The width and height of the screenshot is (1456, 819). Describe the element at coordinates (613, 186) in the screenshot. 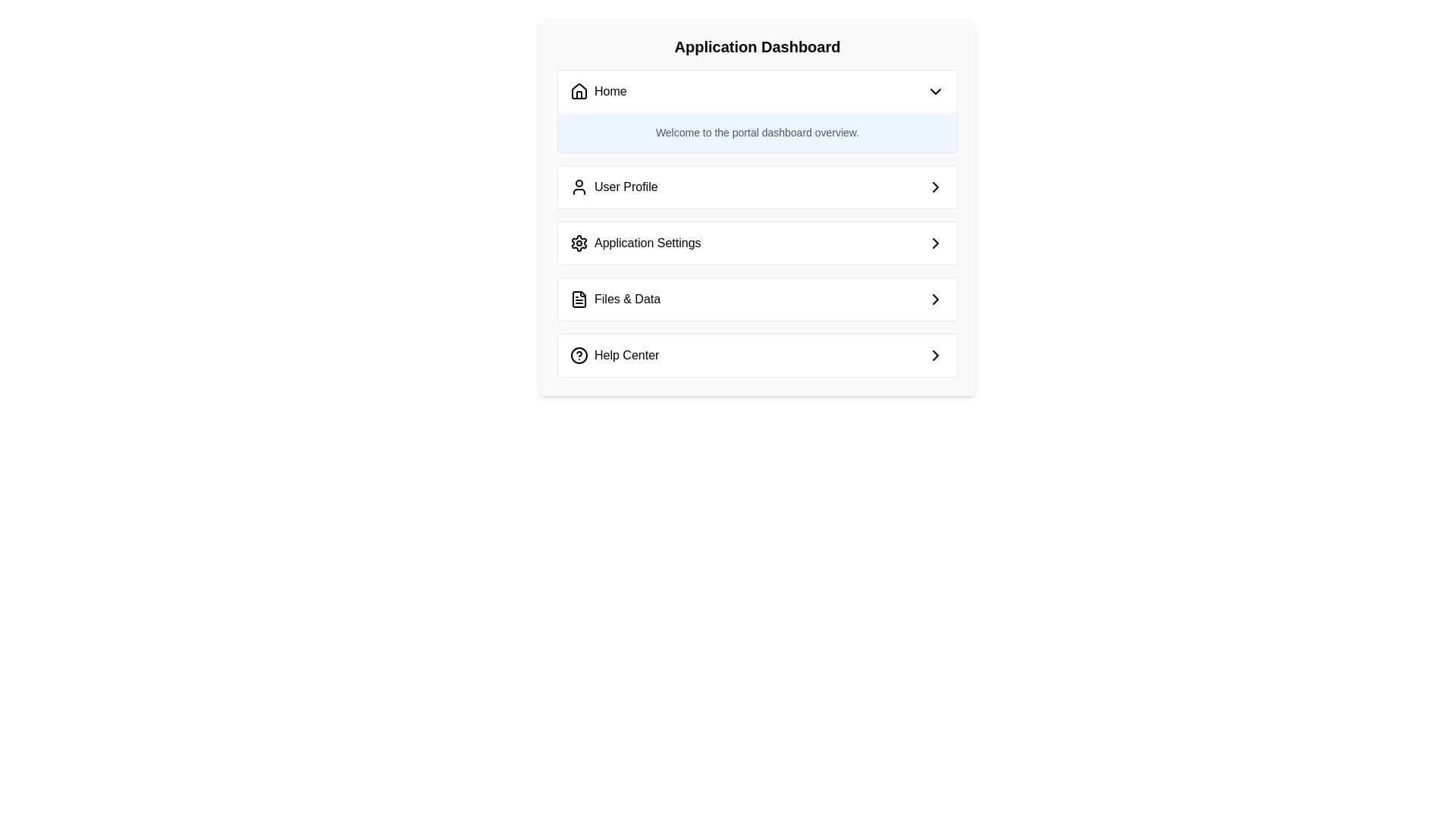

I see `the second item in the sidebar menu, located under 'Home' and above 'Application Settings'` at that location.